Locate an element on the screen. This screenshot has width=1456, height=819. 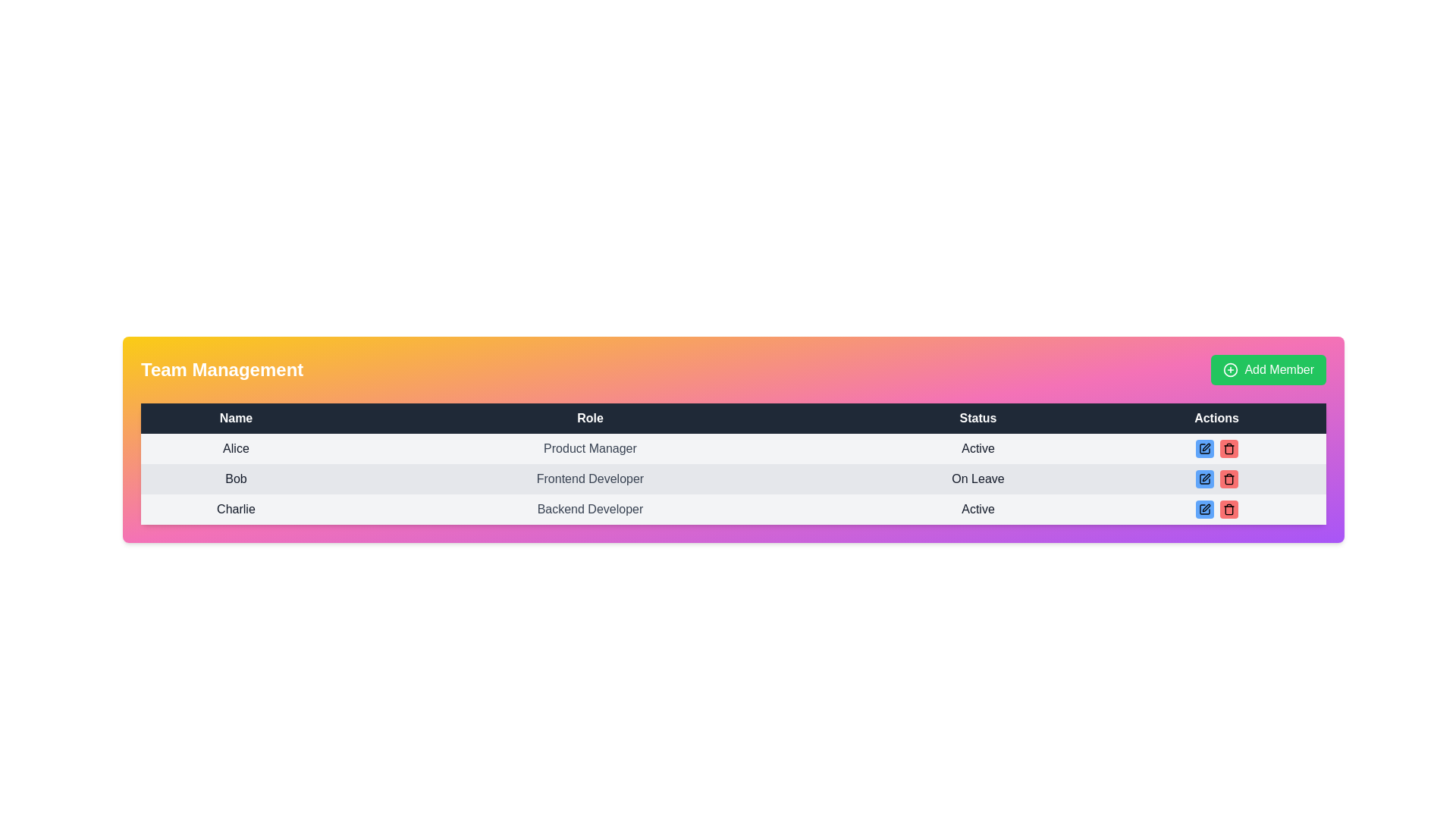
the static text label header displaying 'Role', which is the second column header in the table located between 'Name' and 'Status' is located at coordinates (589, 418).